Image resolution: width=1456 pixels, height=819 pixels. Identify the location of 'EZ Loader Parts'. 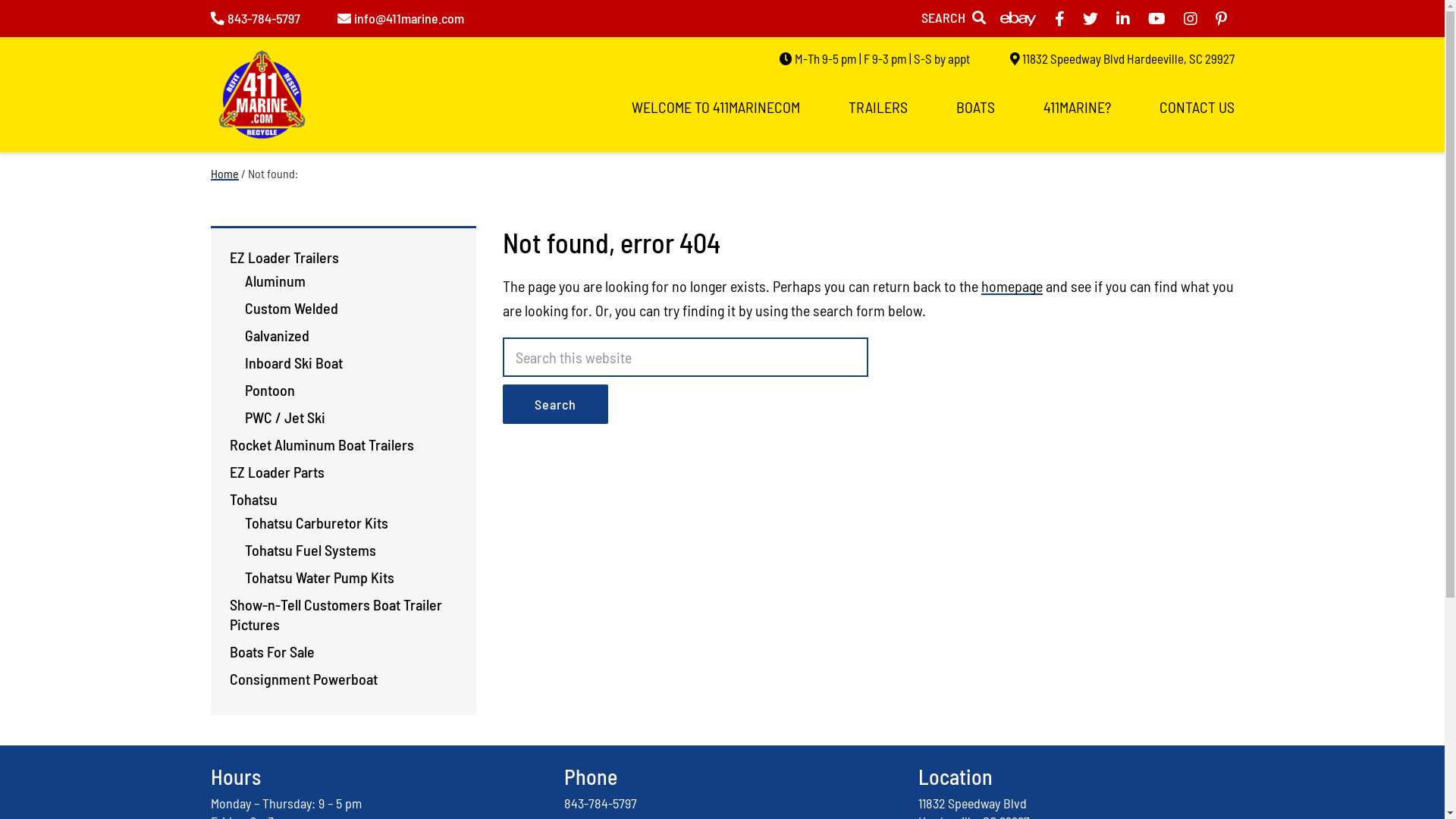
(276, 470).